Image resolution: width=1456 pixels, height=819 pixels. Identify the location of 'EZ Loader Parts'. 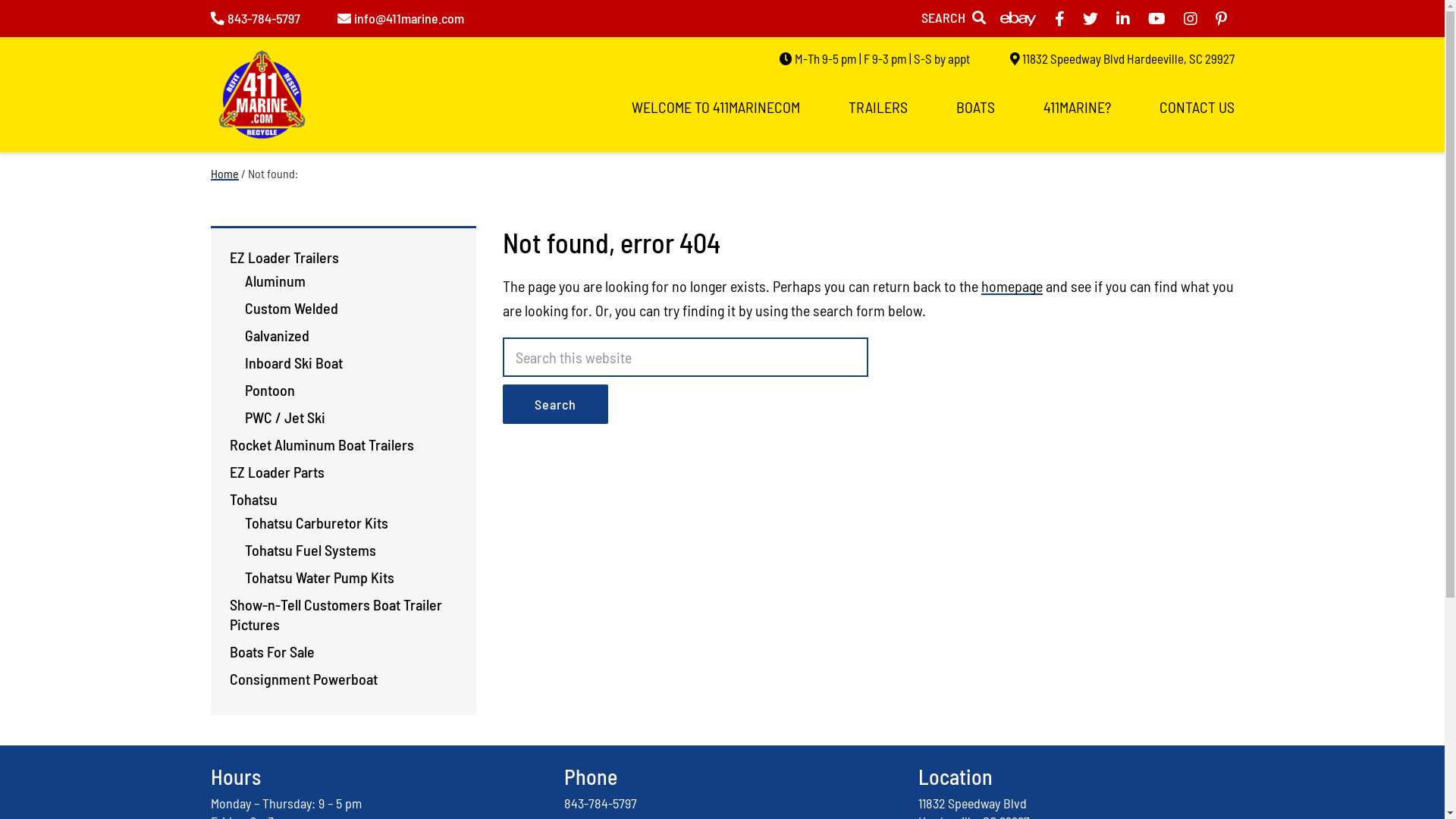
(276, 470).